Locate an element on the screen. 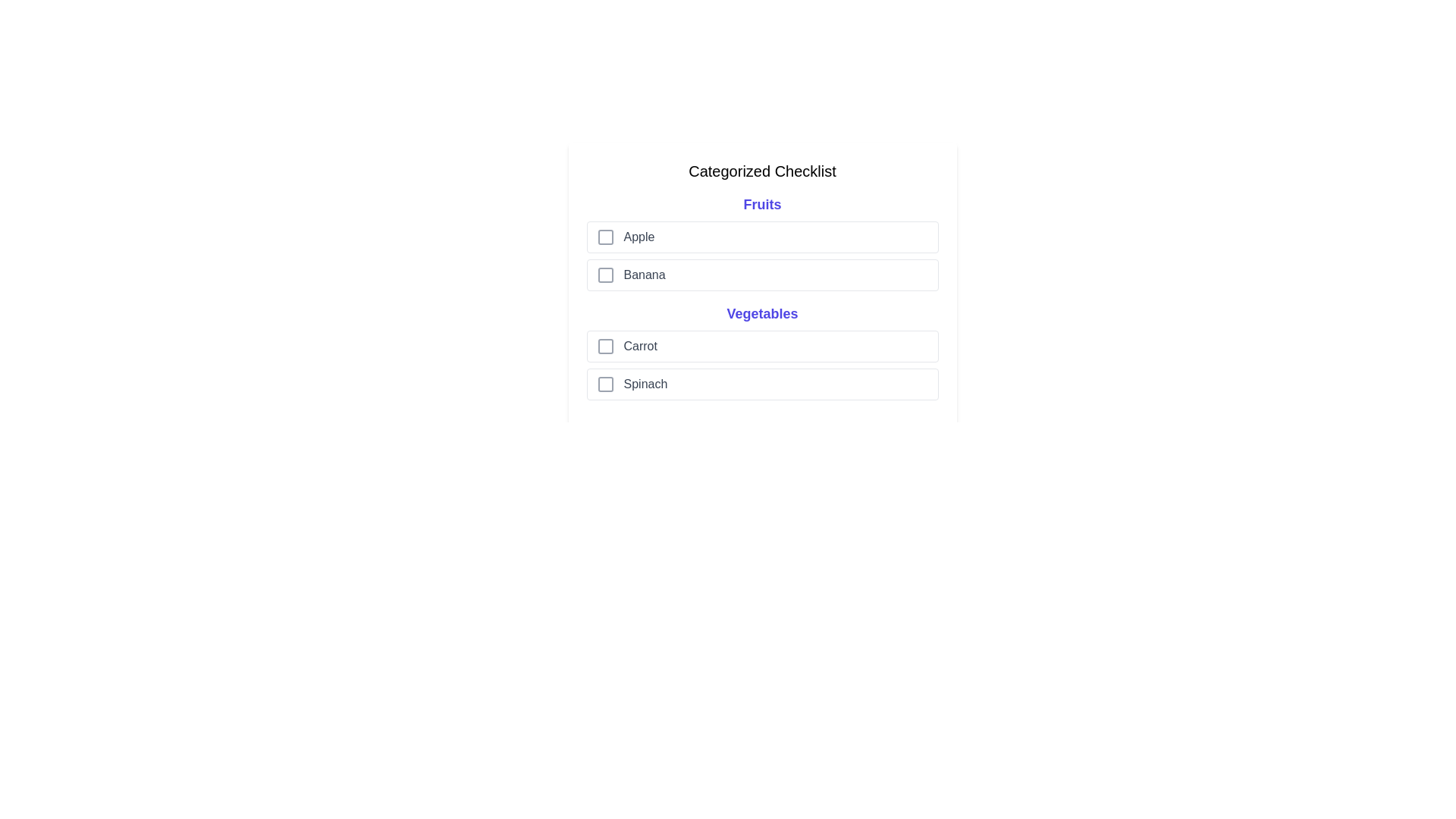  the Checkbox indicator (inner element) for the 'Carrot' in the 'Vegetables' section of the checklist by moving the cursor to its center point is located at coordinates (604, 346).